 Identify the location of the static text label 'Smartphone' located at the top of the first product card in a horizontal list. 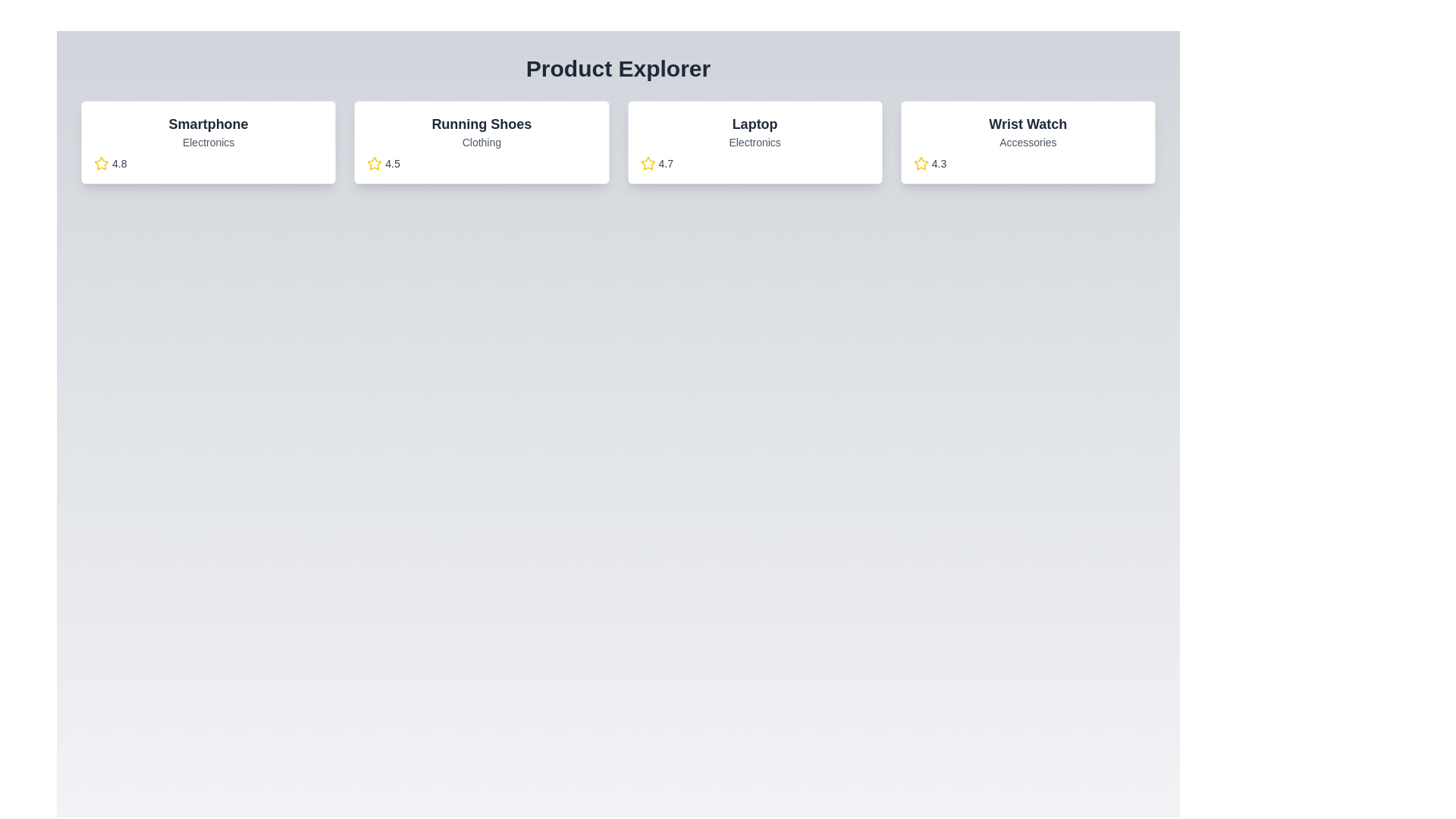
(208, 124).